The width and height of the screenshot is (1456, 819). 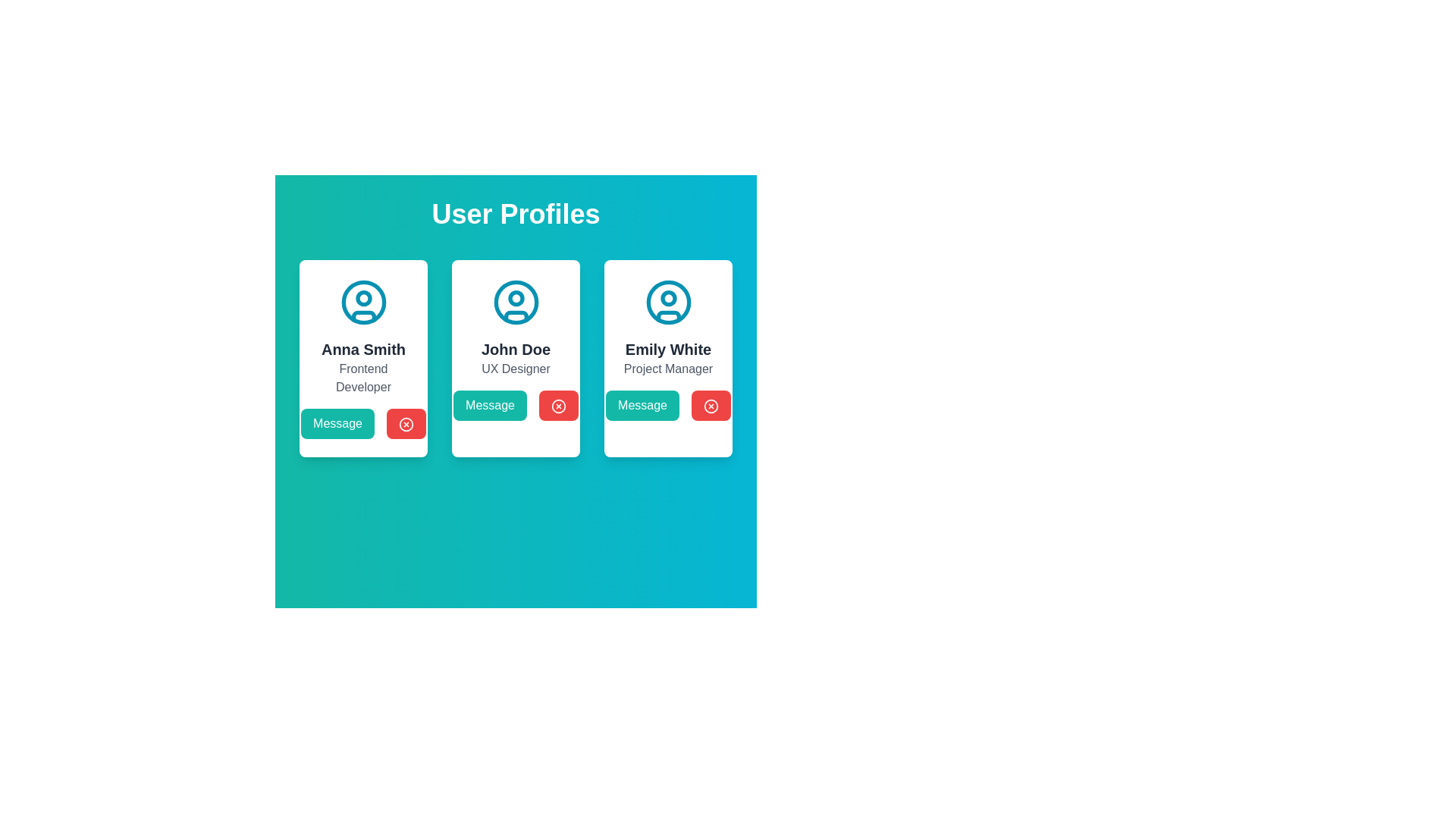 I want to click on the circular user icon representing the profile avatar of 'John Doe', which is styled with a cyan color fill and located at the top of the user profile card, so click(x=516, y=302).